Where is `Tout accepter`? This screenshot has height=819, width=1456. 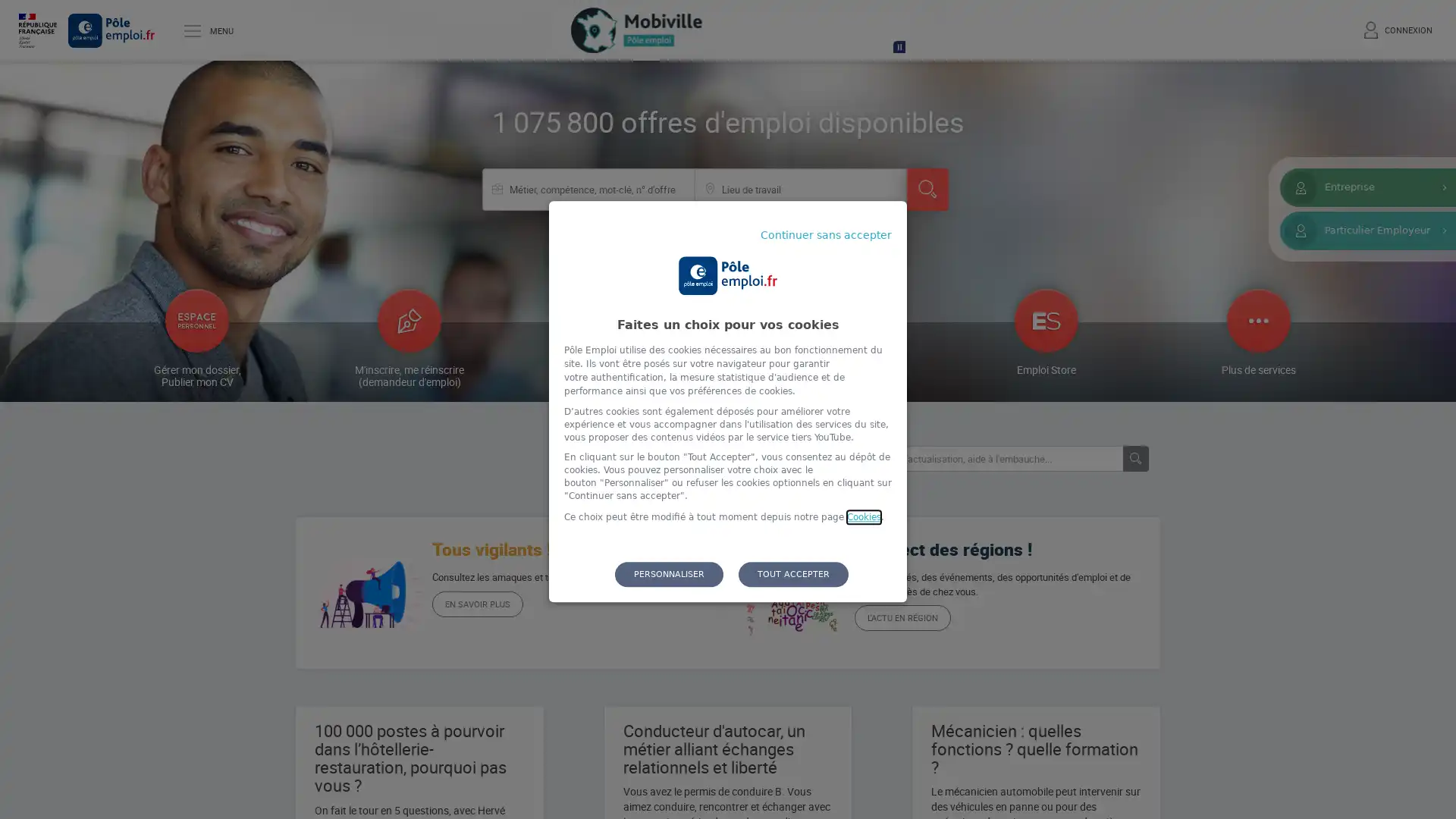
Tout accepter is located at coordinates (792, 573).